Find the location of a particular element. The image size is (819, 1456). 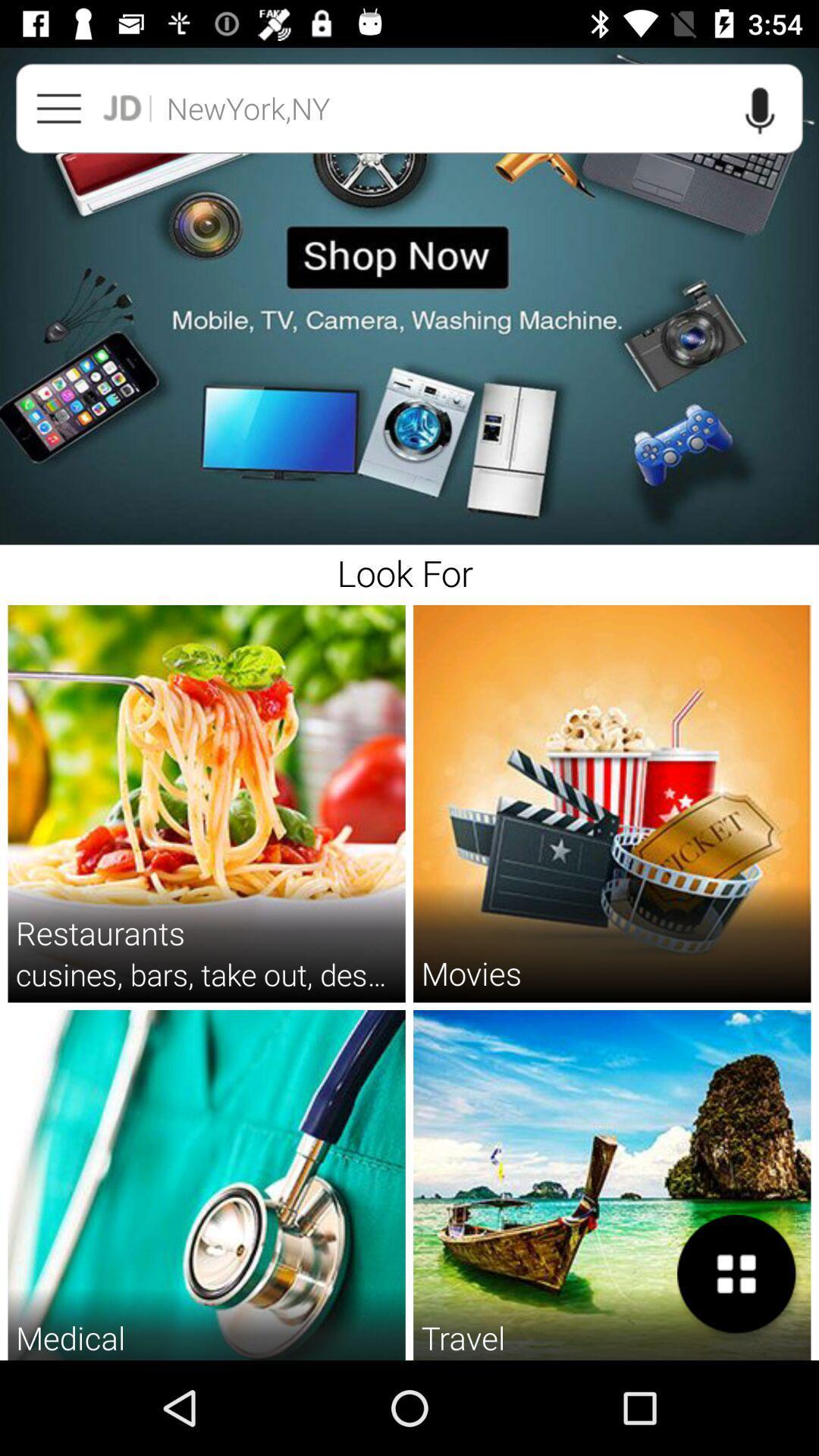

the cusines bars take is located at coordinates (206, 974).